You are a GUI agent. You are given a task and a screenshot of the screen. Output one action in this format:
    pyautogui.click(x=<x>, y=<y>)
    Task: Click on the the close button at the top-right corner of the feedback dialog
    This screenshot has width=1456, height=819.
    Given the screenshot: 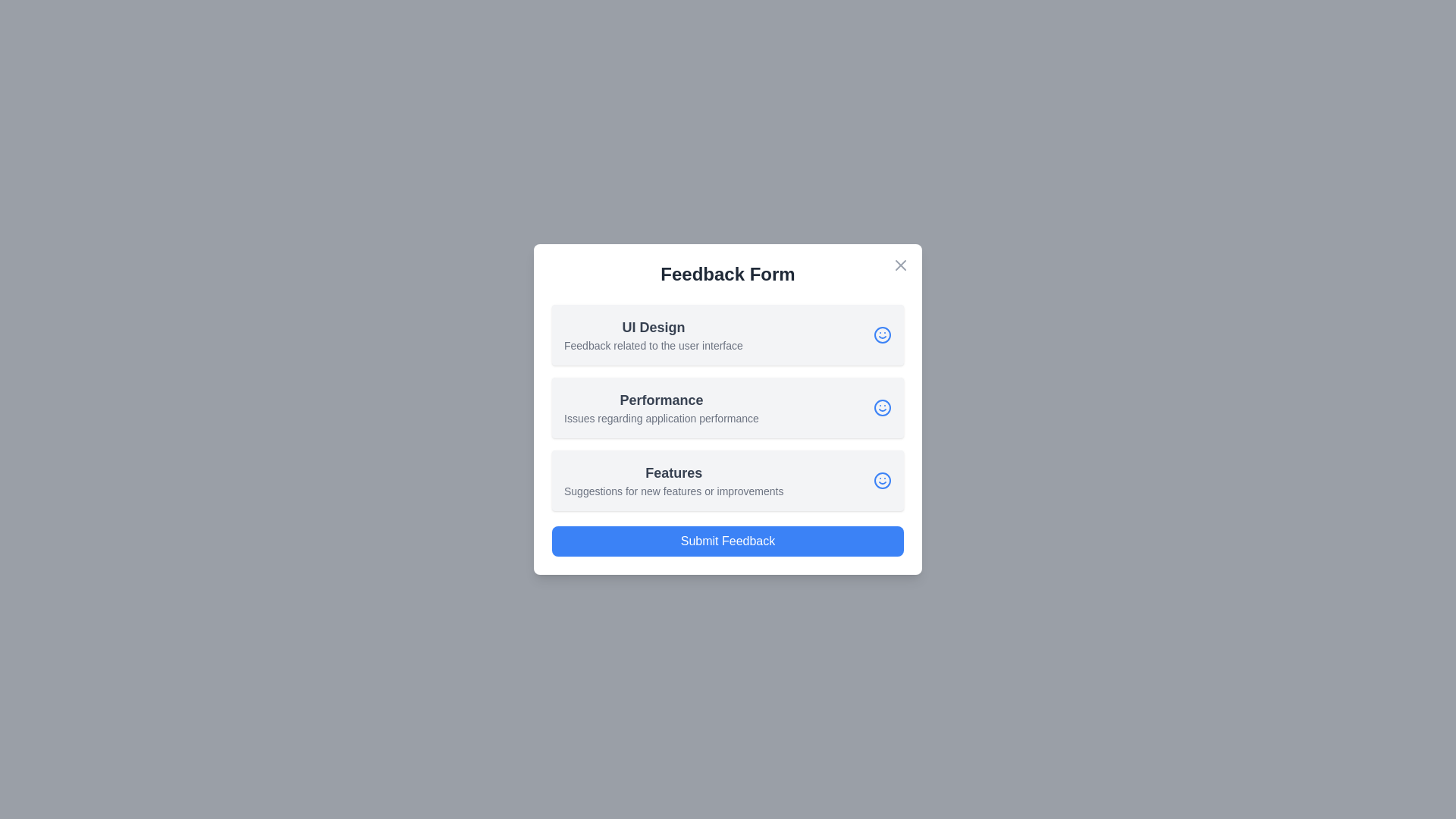 What is the action you would take?
    pyautogui.click(x=901, y=265)
    